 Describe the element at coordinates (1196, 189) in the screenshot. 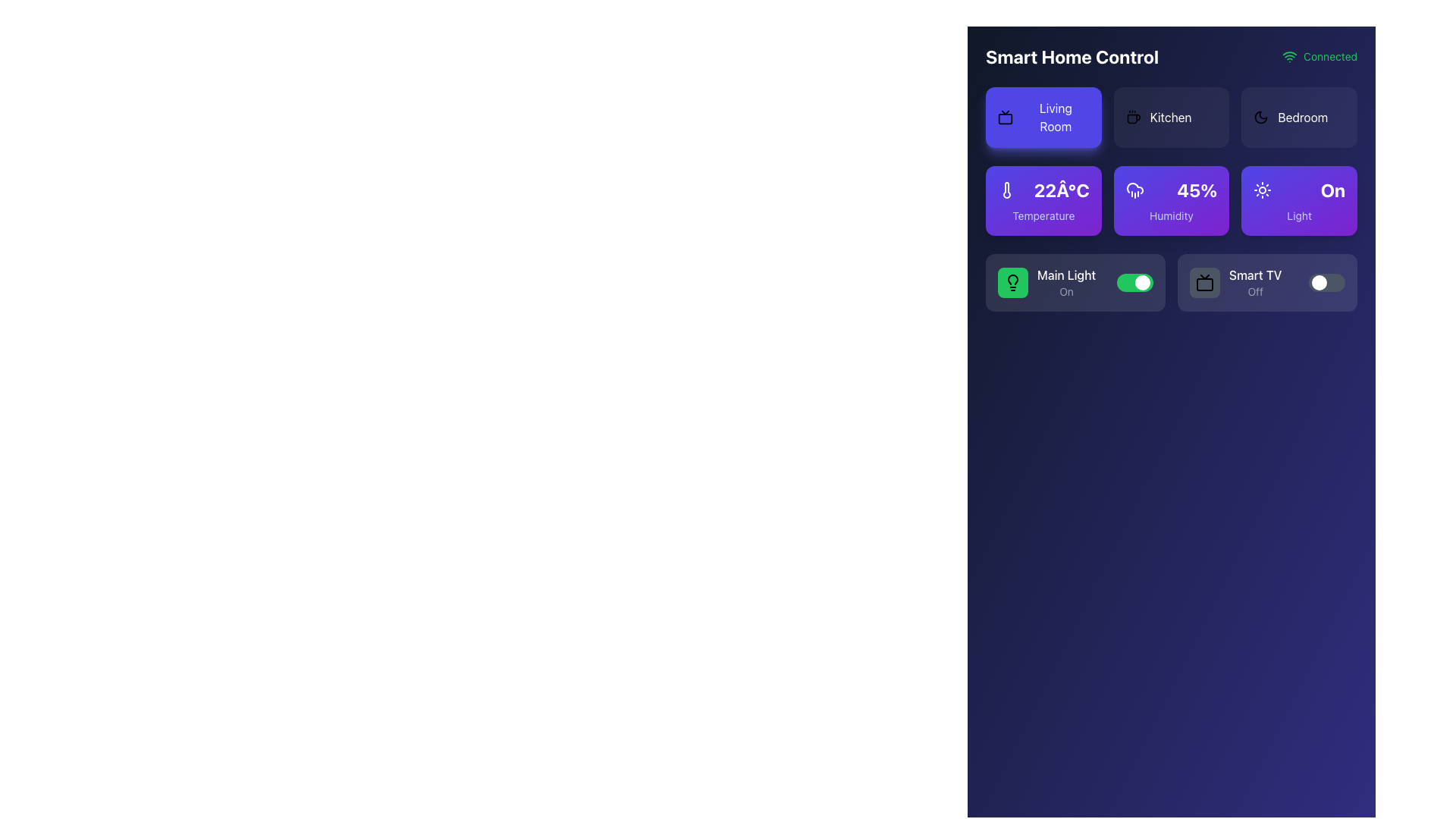

I see `the text label displaying '45%' in bold white font on a purple background, located in the 'Humidity' card` at that location.